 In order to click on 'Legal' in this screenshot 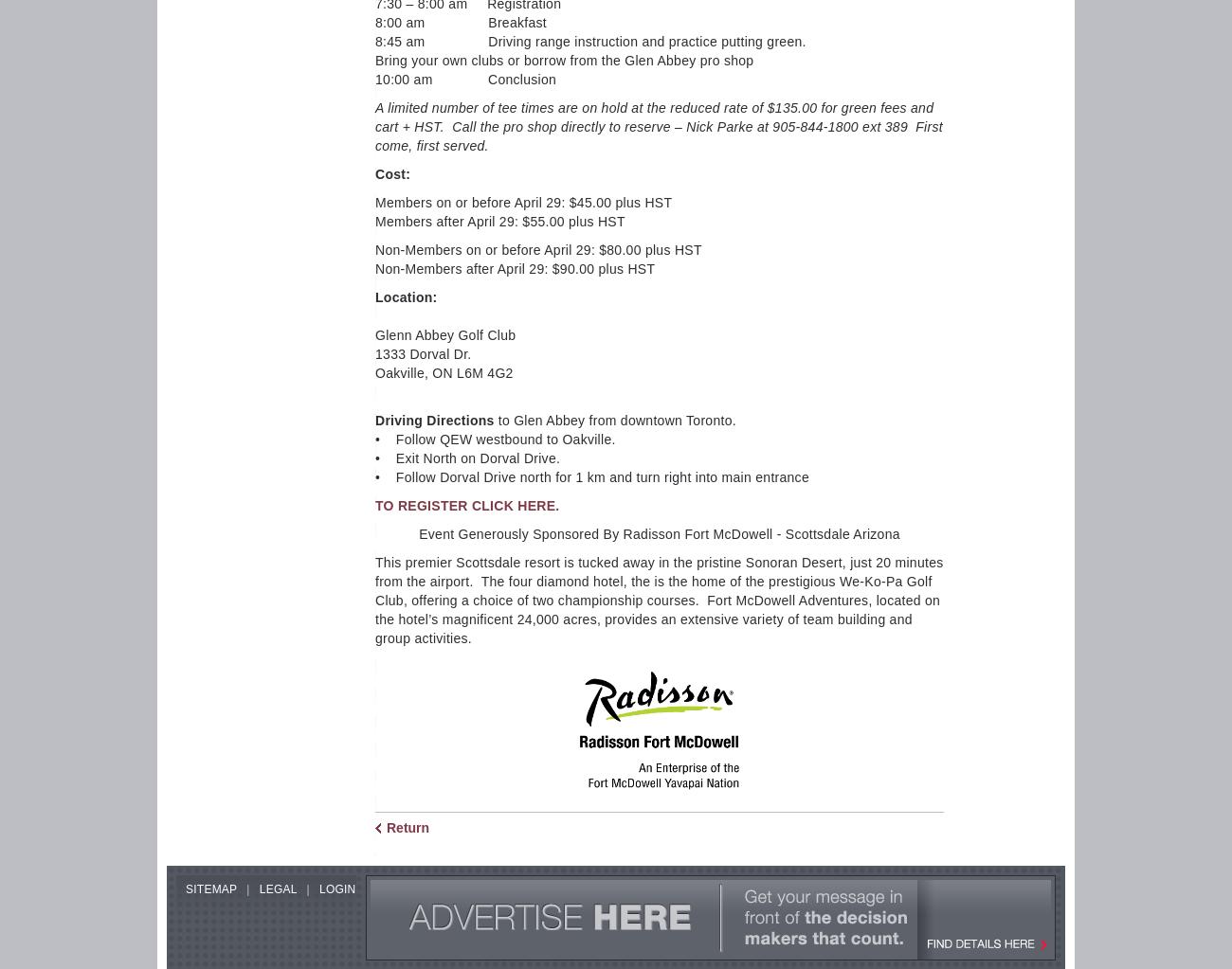, I will do `click(259, 888)`.